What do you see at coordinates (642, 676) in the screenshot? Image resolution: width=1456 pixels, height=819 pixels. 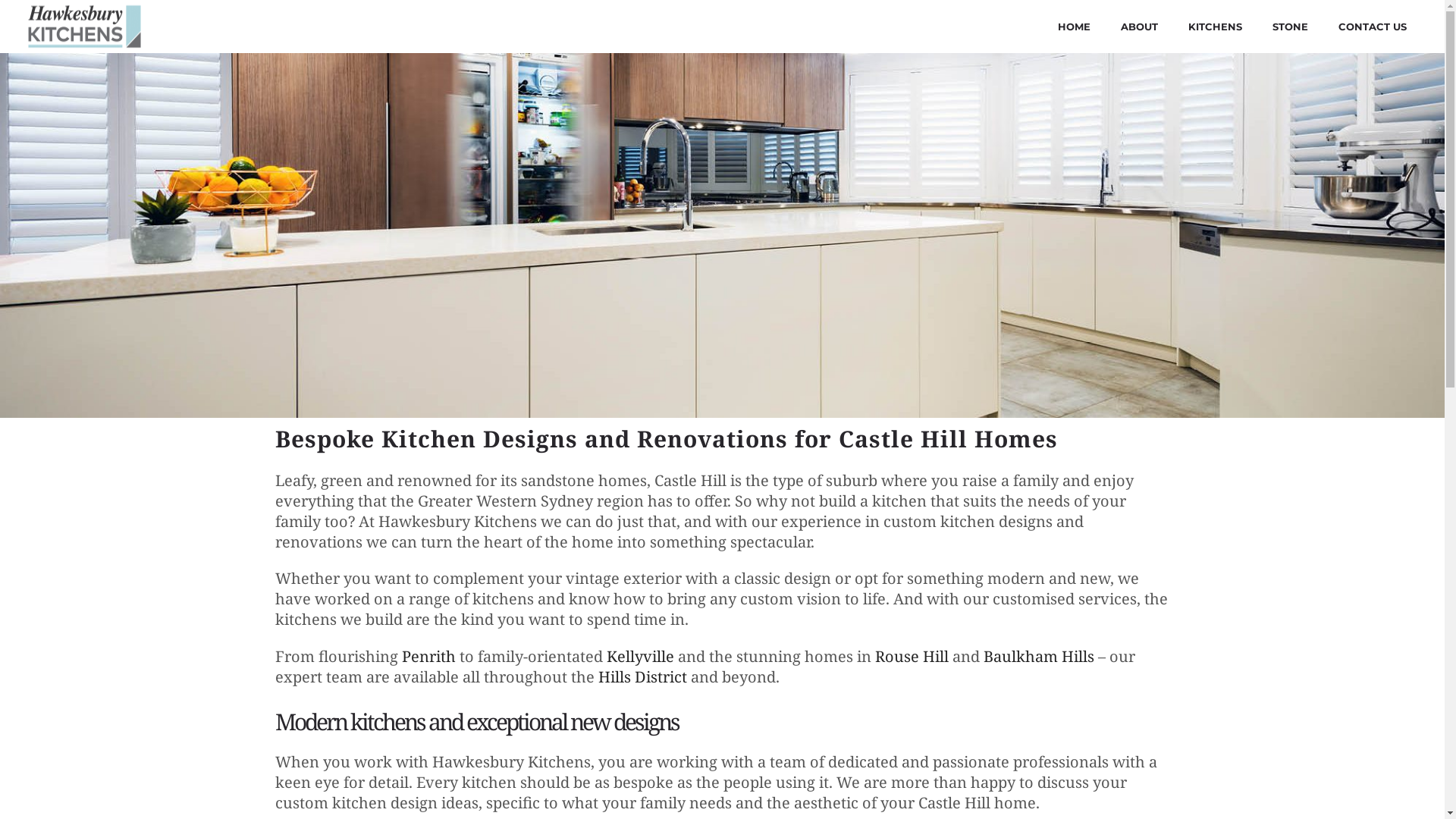 I see `'Hills District'` at bounding box center [642, 676].